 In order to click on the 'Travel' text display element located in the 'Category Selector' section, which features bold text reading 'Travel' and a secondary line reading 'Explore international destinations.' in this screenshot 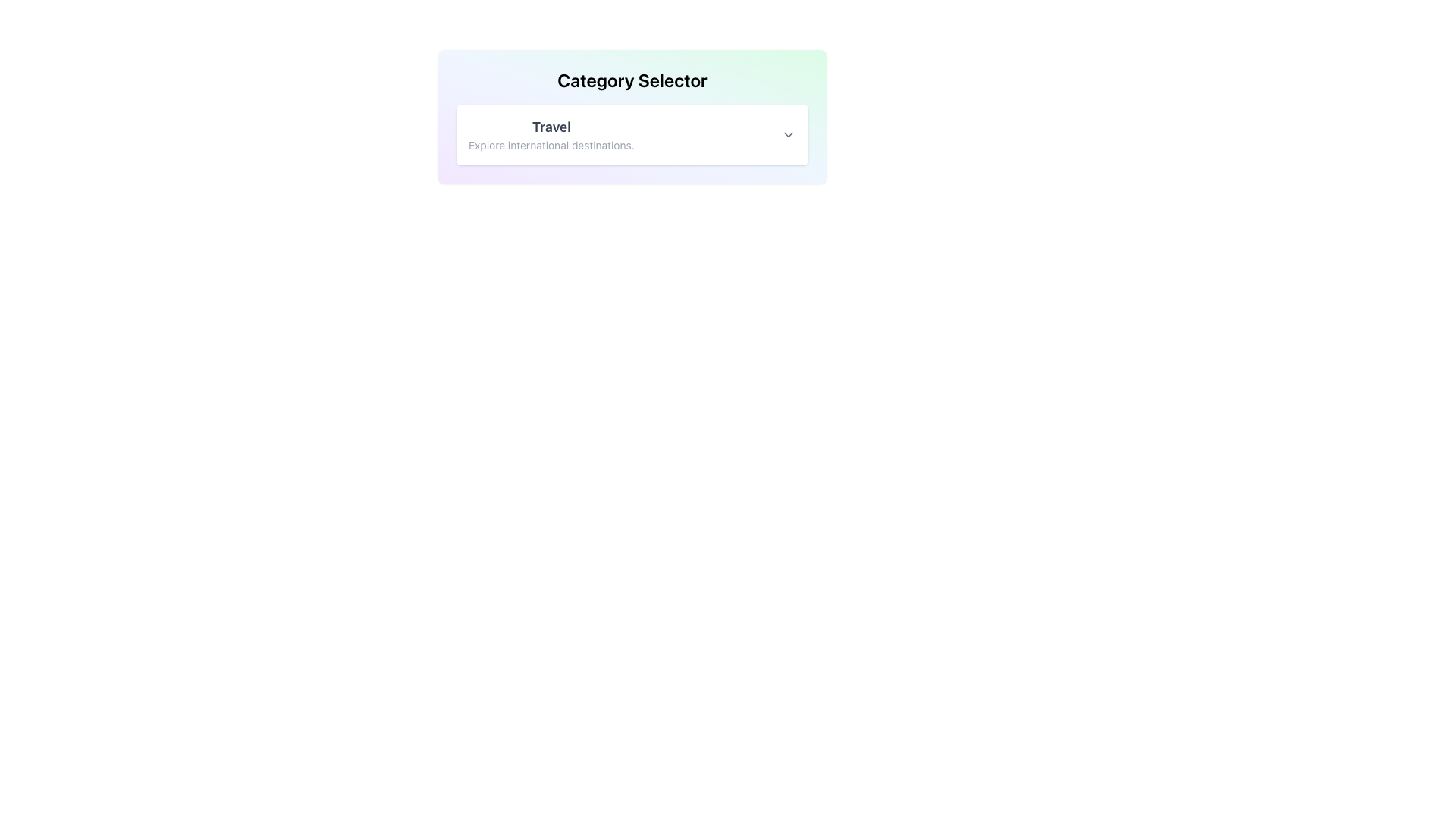, I will do `click(551, 133)`.